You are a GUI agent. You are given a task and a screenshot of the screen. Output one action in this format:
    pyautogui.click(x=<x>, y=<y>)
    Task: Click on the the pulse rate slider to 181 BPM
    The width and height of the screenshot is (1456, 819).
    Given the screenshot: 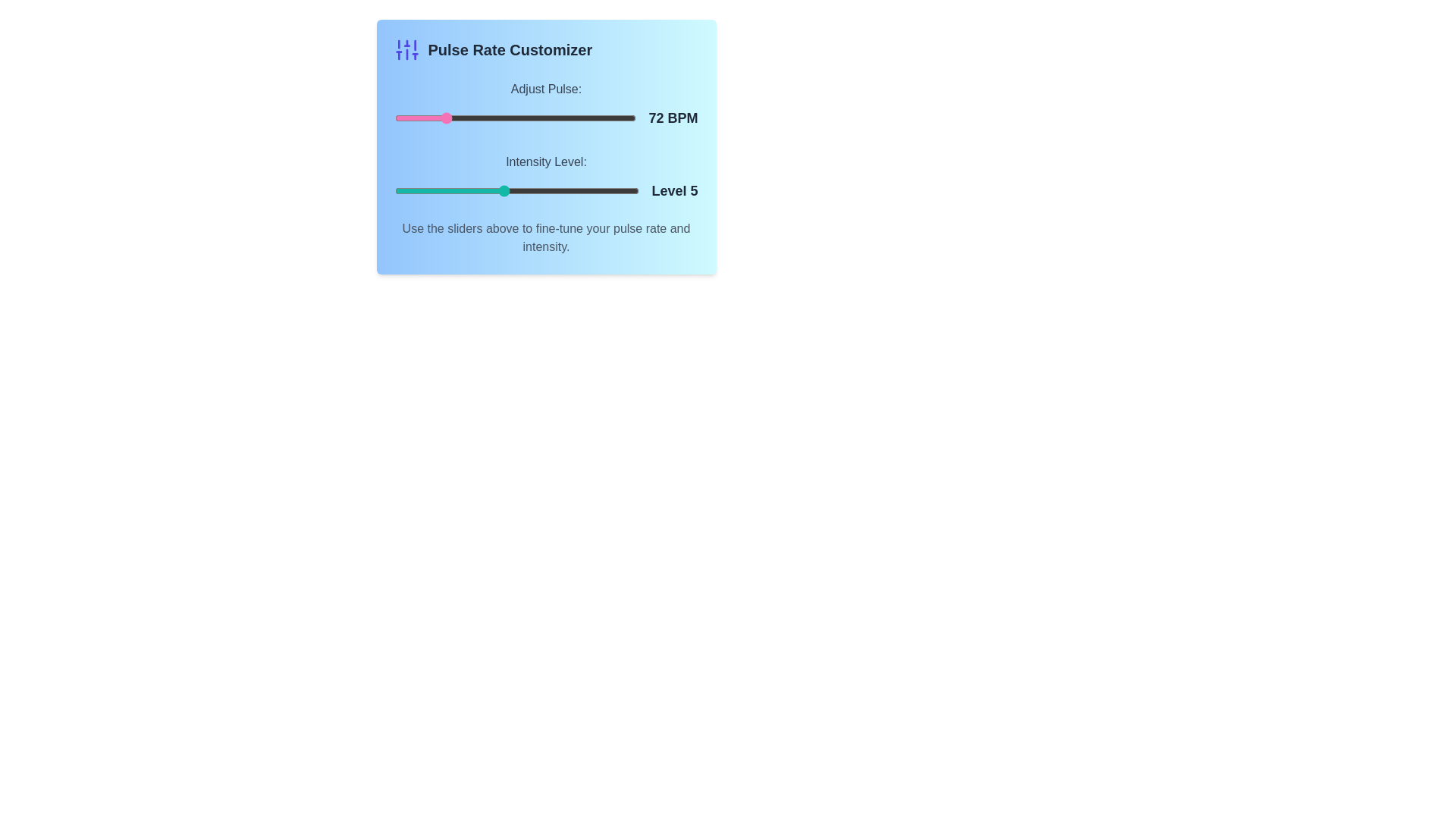 What is the action you would take?
    pyautogui.click(x=607, y=117)
    